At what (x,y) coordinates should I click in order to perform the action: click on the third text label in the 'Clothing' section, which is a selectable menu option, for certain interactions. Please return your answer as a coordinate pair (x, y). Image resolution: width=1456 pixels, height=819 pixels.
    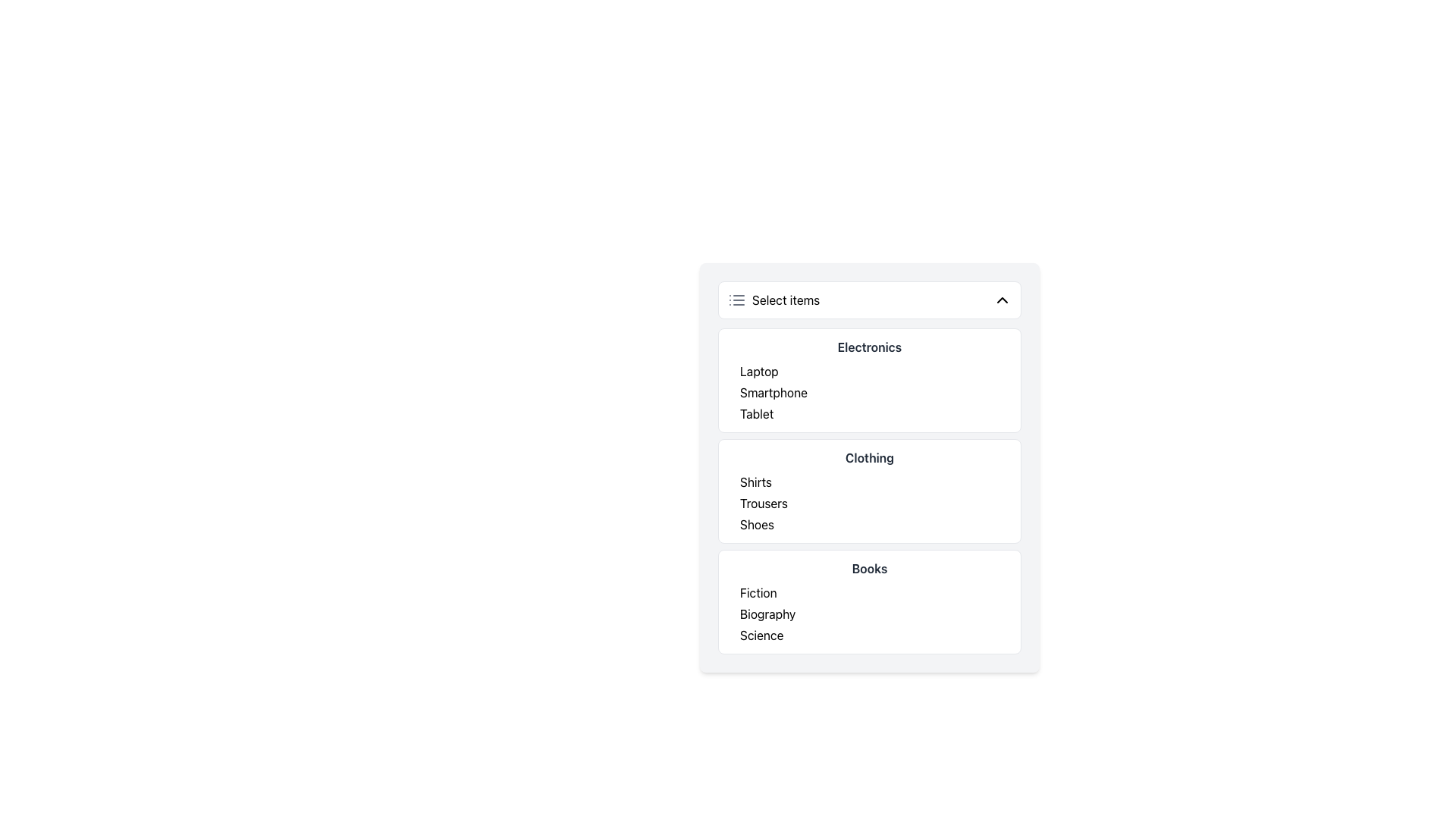
    Looking at the image, I should click on (876, 523).